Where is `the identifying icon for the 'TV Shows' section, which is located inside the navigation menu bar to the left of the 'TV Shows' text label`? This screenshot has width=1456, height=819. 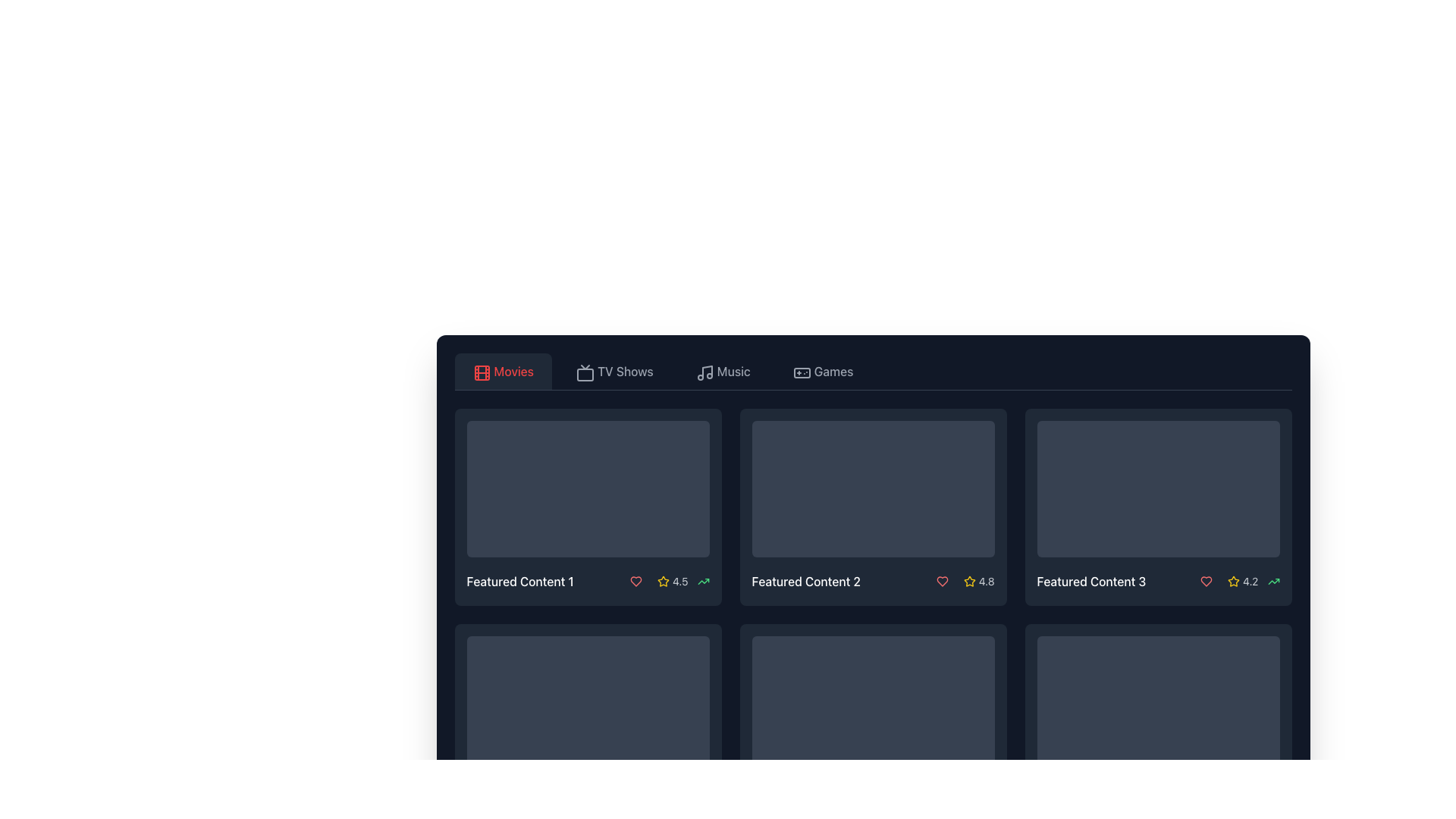
the identifying icon for the 'TV Shows' section, which is located inside the navigation menu bar to the left of the 'TV Shows' text label is located at coordinates (583, 371).